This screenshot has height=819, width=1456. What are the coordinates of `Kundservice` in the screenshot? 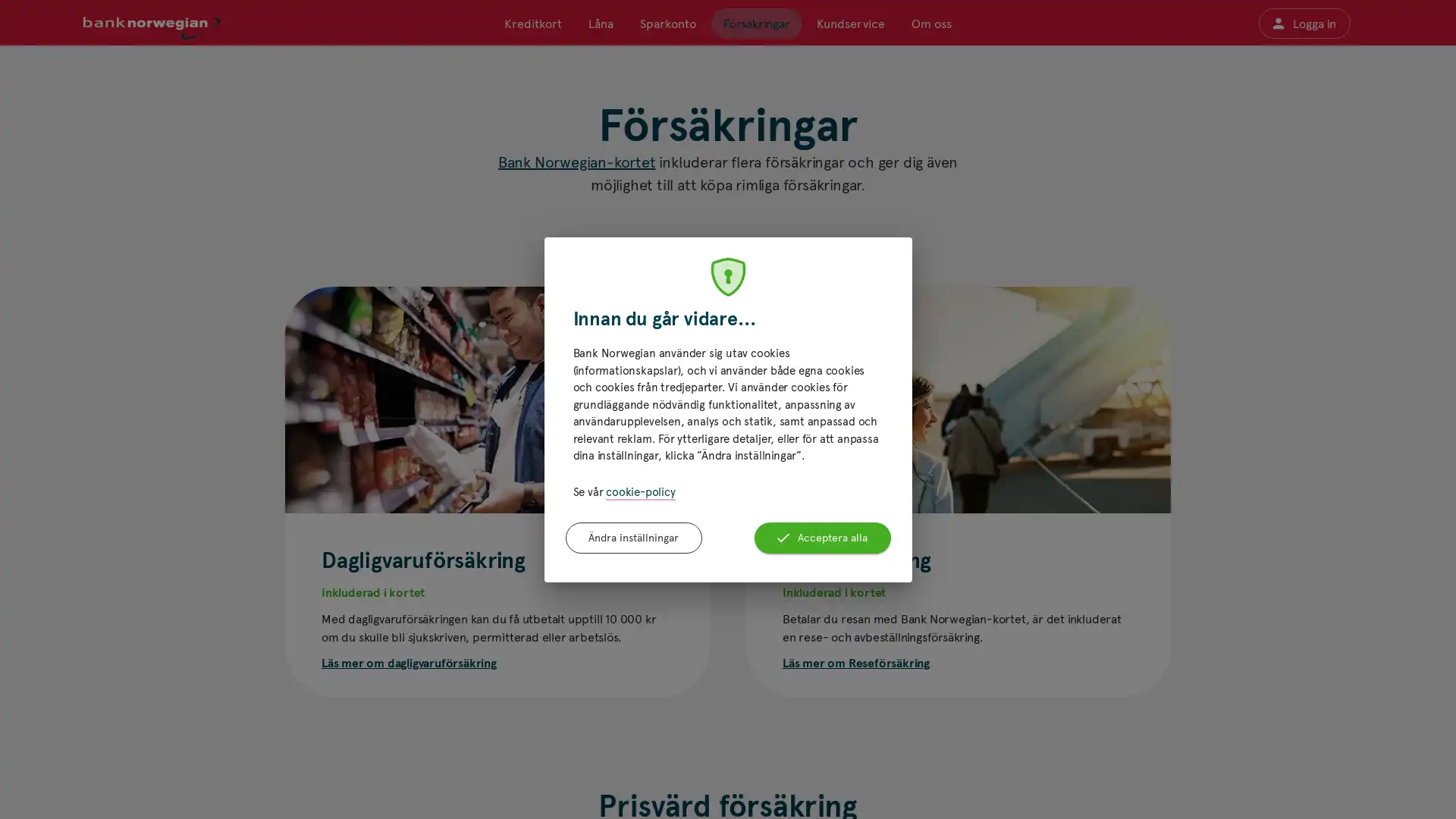 It's located at (850, 23).